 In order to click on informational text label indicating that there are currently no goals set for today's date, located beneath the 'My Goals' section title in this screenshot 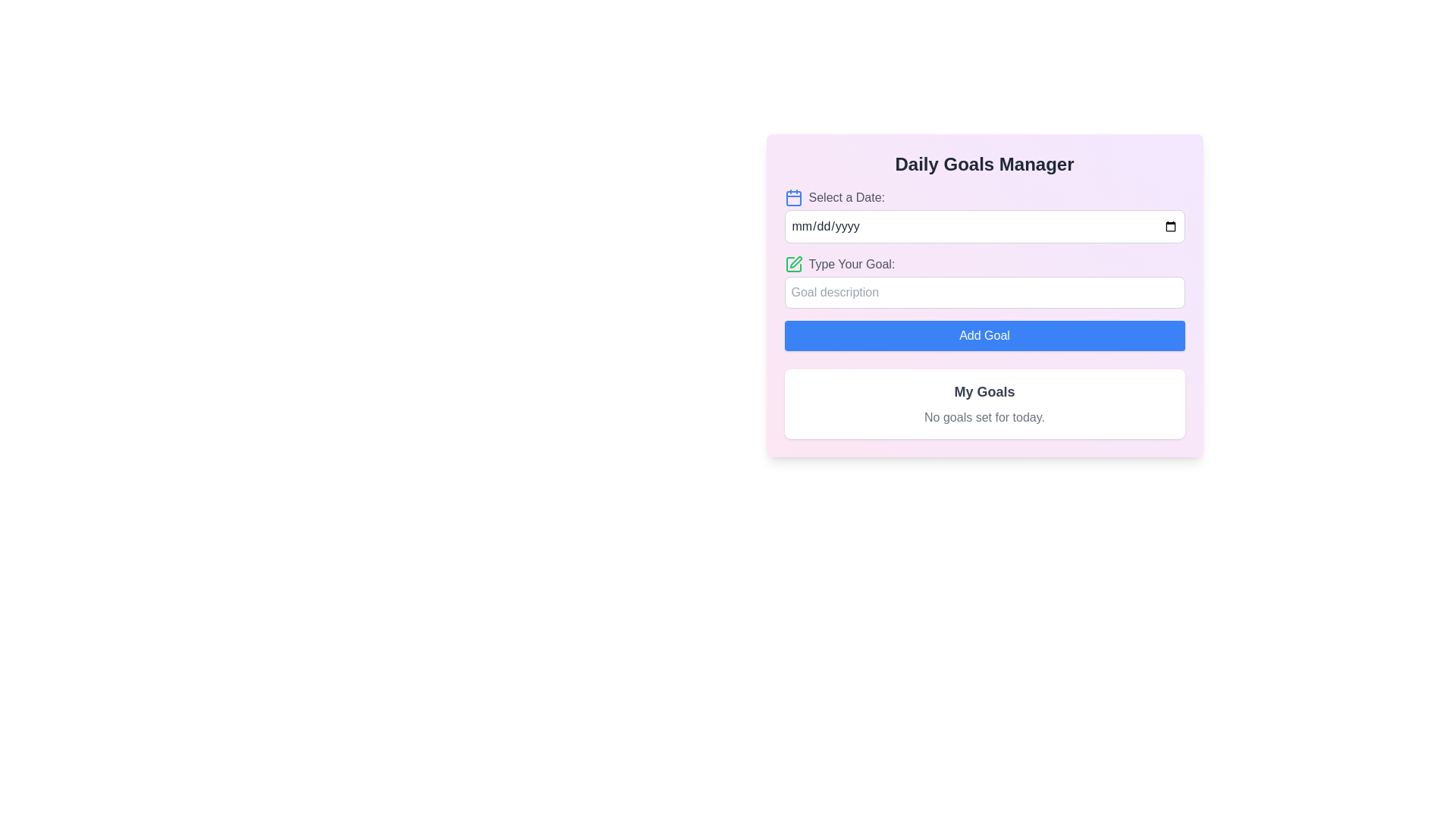, I will do `click(984, 418)`.